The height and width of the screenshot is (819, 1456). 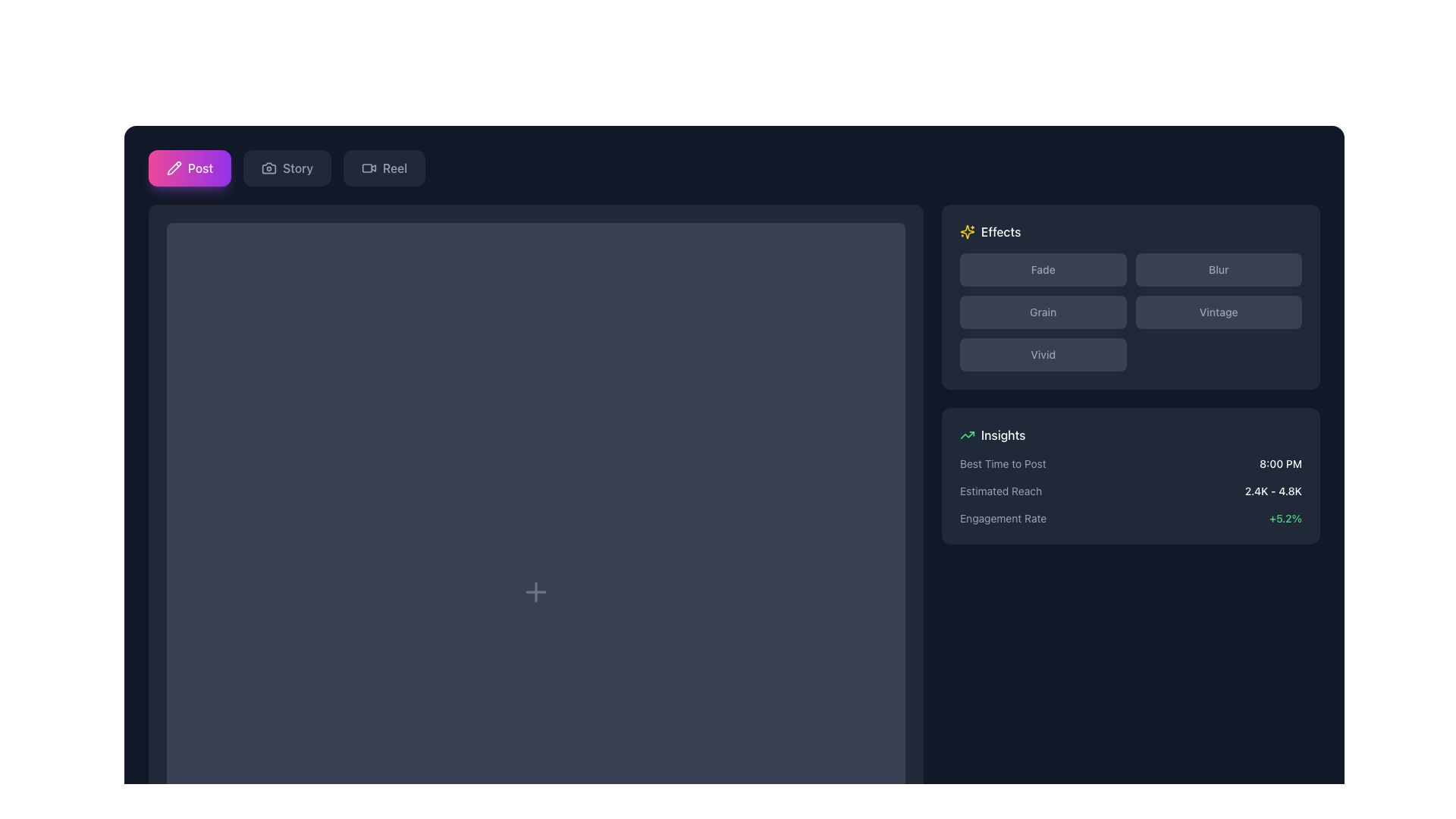 What do you see at coordinates (967, 435) in the screenshot?
I see `the first icon in the 'Insights' section, located towards the bottom right corner of the interface` at bounding box center [967, 435].